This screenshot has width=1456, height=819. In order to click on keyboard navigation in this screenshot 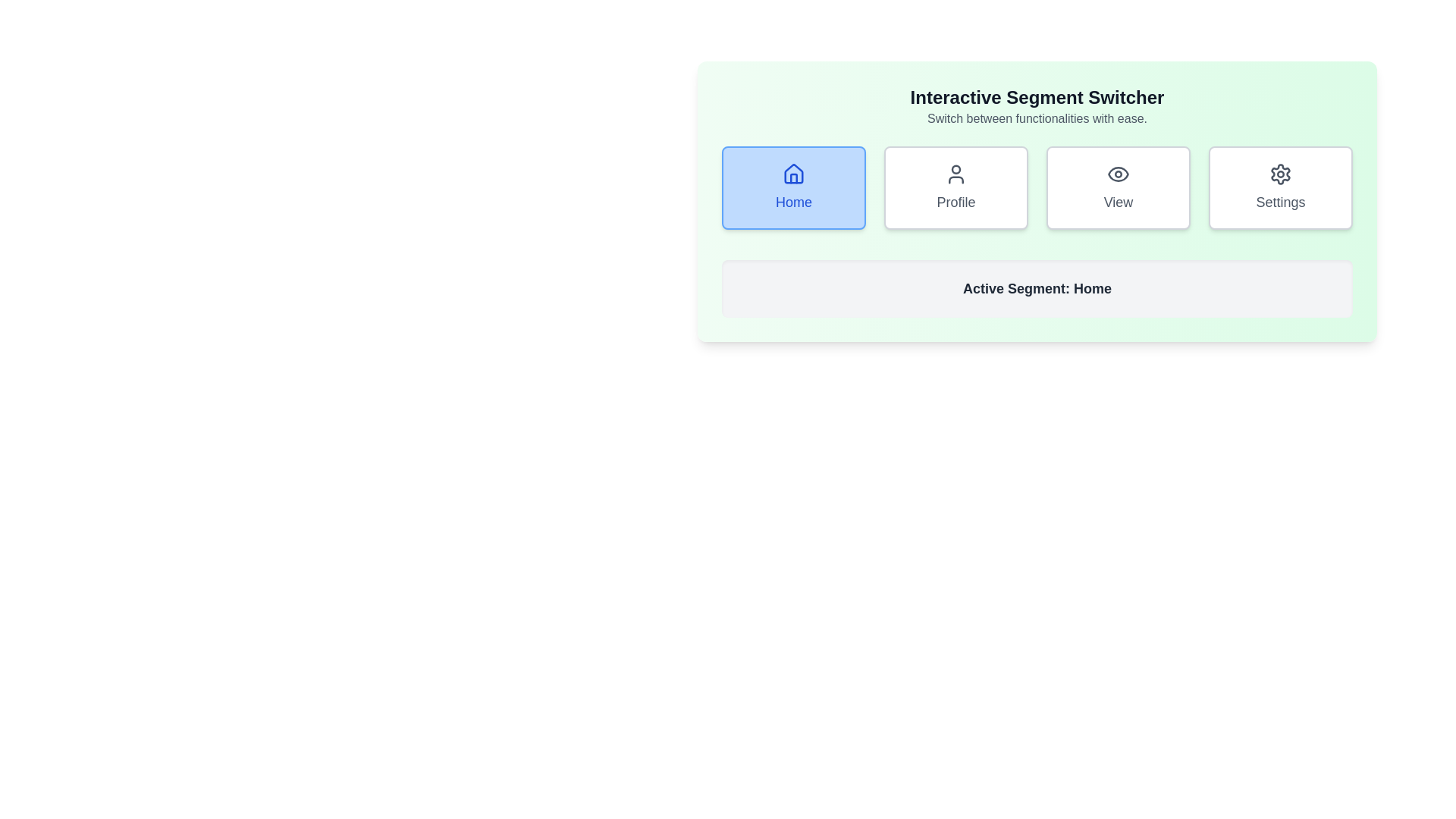, I will do `click(792, 187)`.